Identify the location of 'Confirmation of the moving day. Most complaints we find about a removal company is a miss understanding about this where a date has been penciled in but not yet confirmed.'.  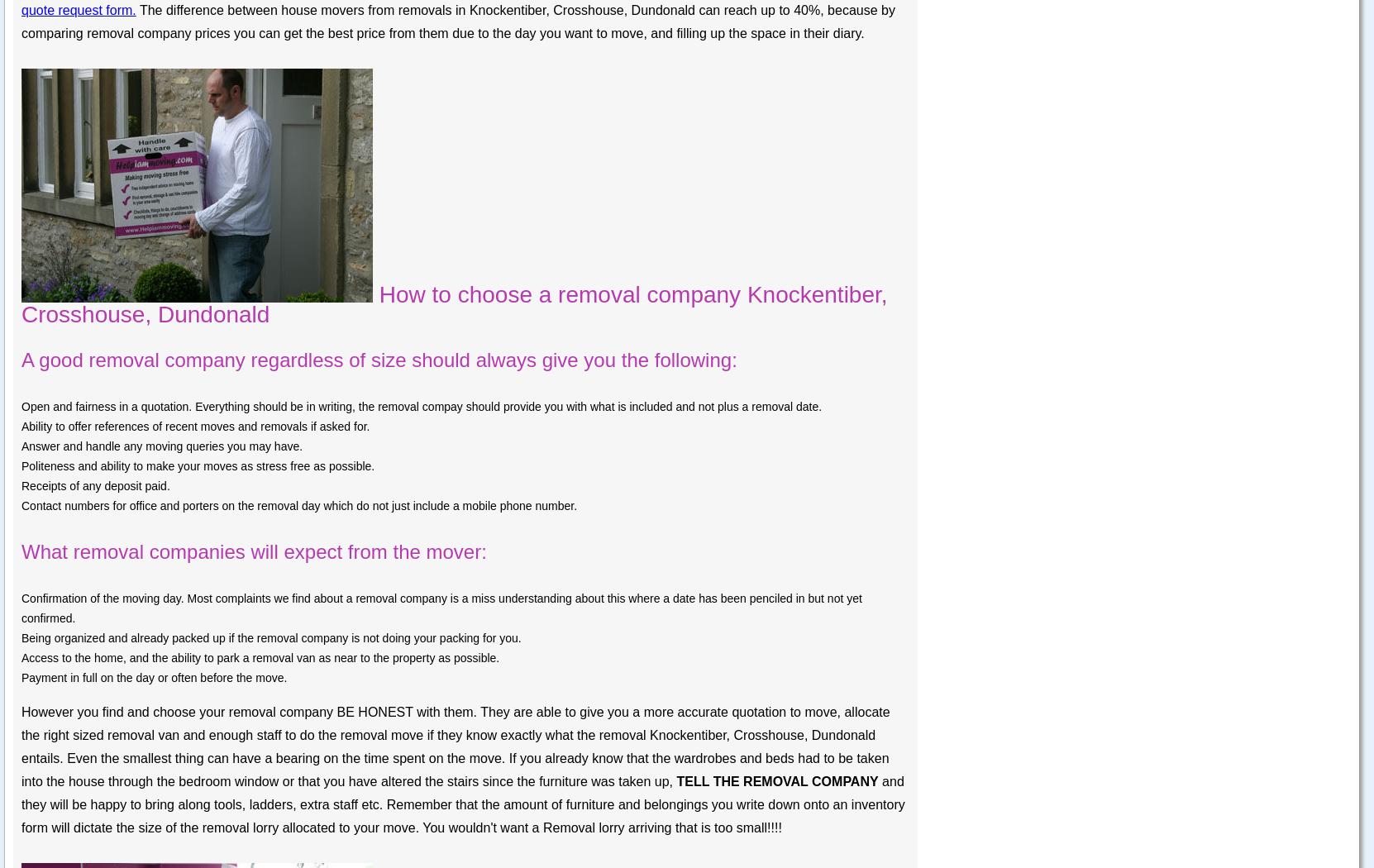
(441, 608).